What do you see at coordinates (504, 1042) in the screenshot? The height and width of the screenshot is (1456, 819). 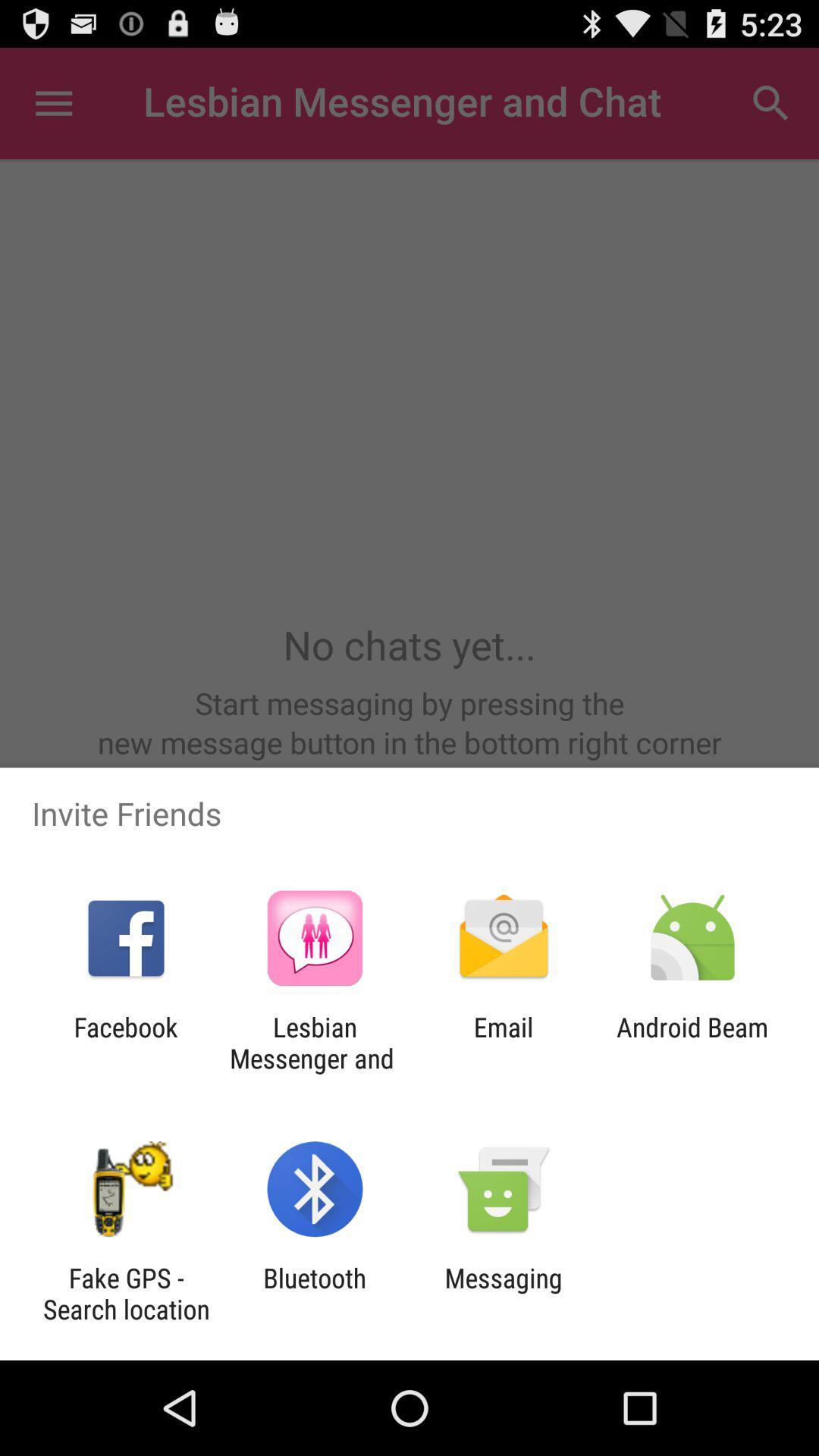 I see `the icon to the left of the android beam item` at bounding box center [504, 1042].